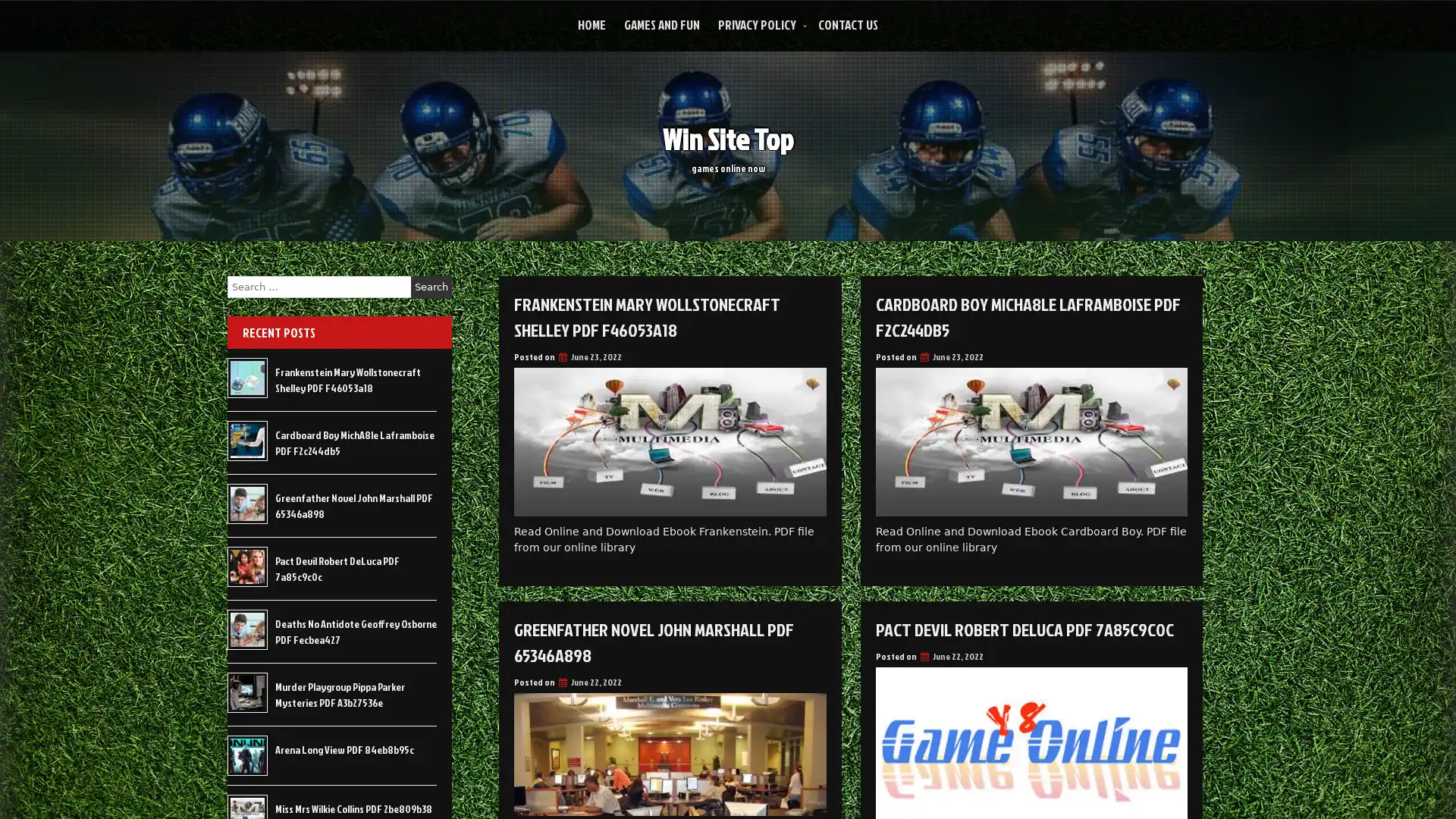  I want to click on Search, so click(431, 287).